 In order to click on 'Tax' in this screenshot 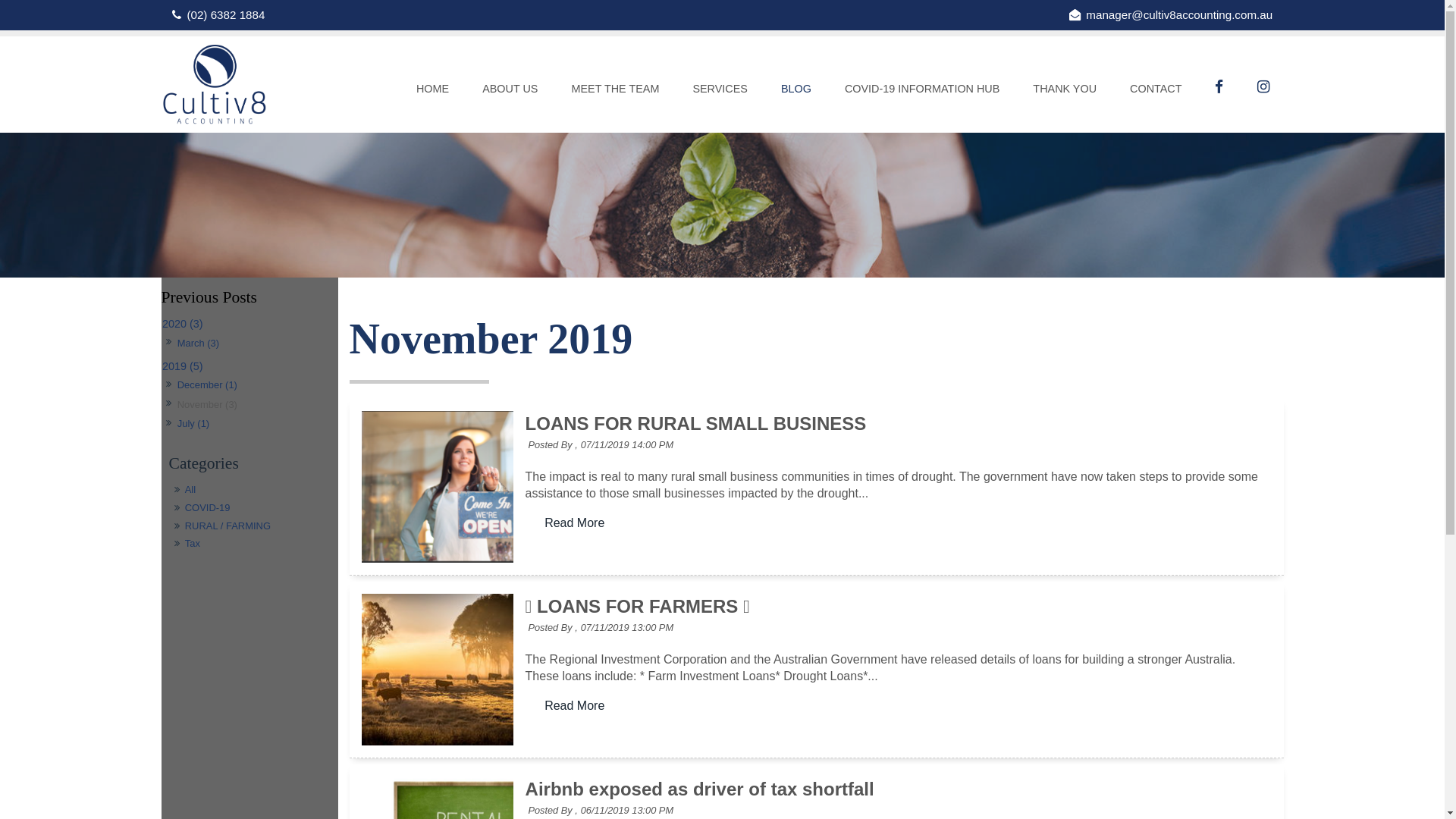, I will do `click(252, 543)`.